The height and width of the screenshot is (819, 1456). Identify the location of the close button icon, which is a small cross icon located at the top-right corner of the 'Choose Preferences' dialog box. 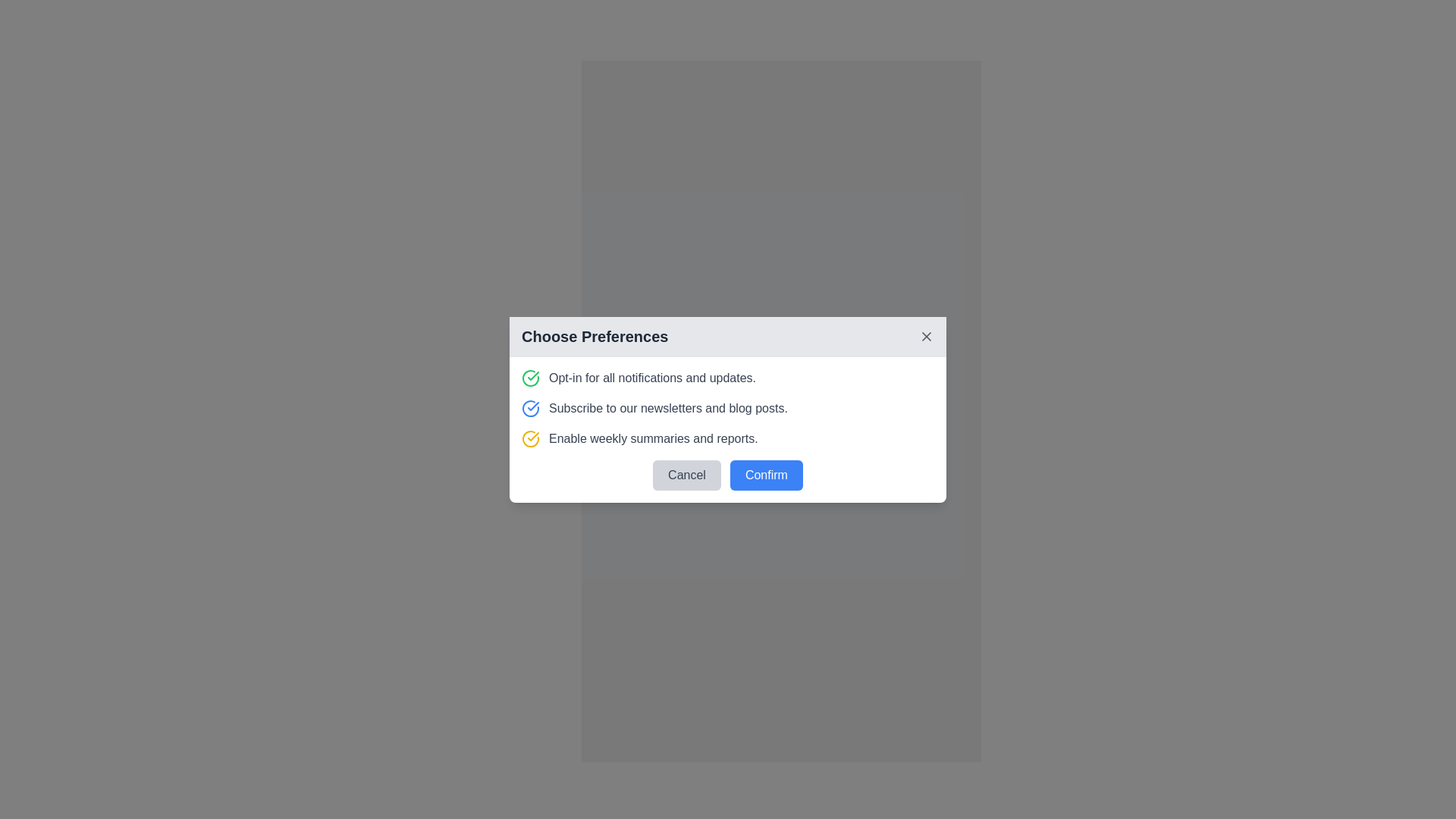
(926, 335).